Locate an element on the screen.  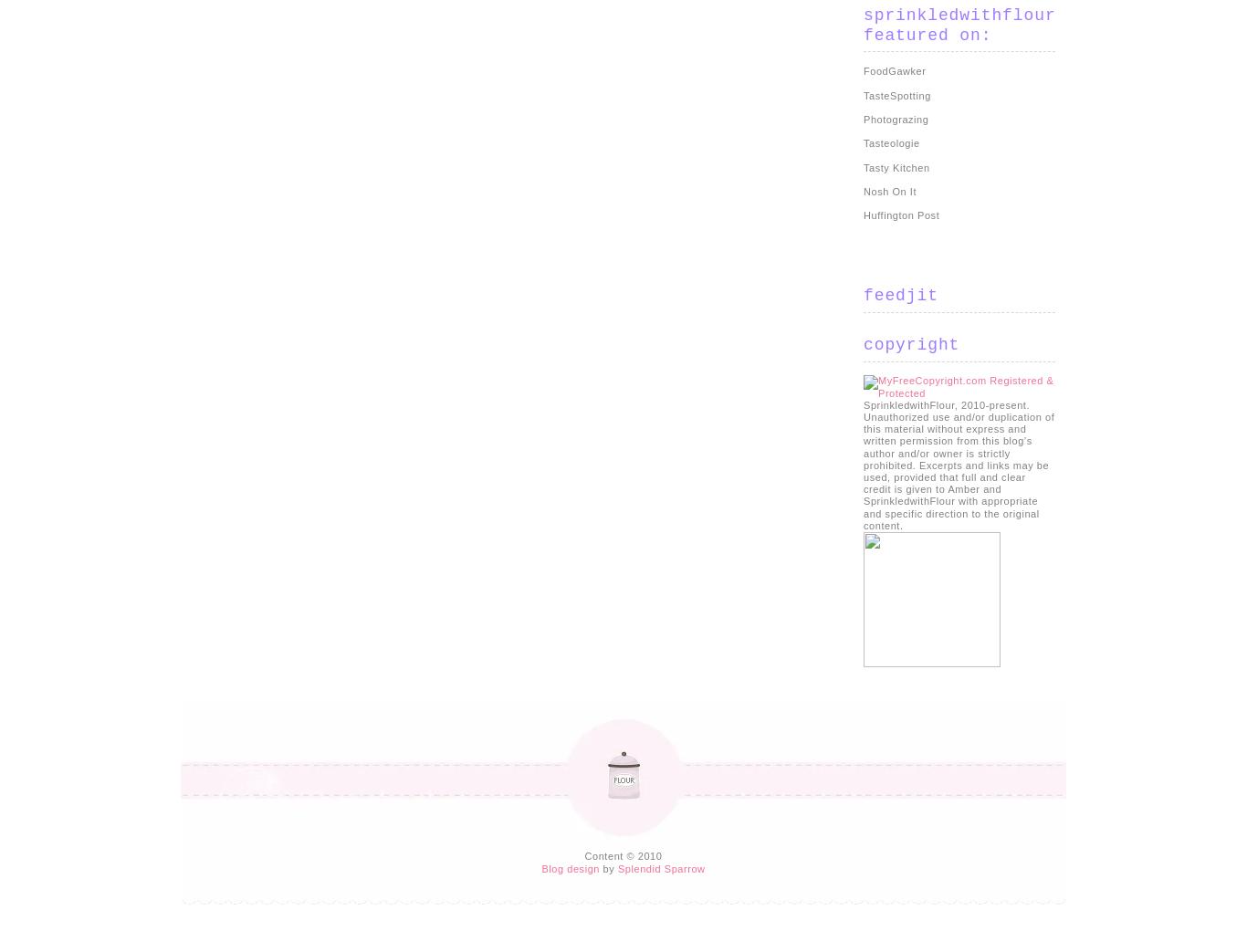
'Splendid Sparrow' is located at coordinates (660, 867).